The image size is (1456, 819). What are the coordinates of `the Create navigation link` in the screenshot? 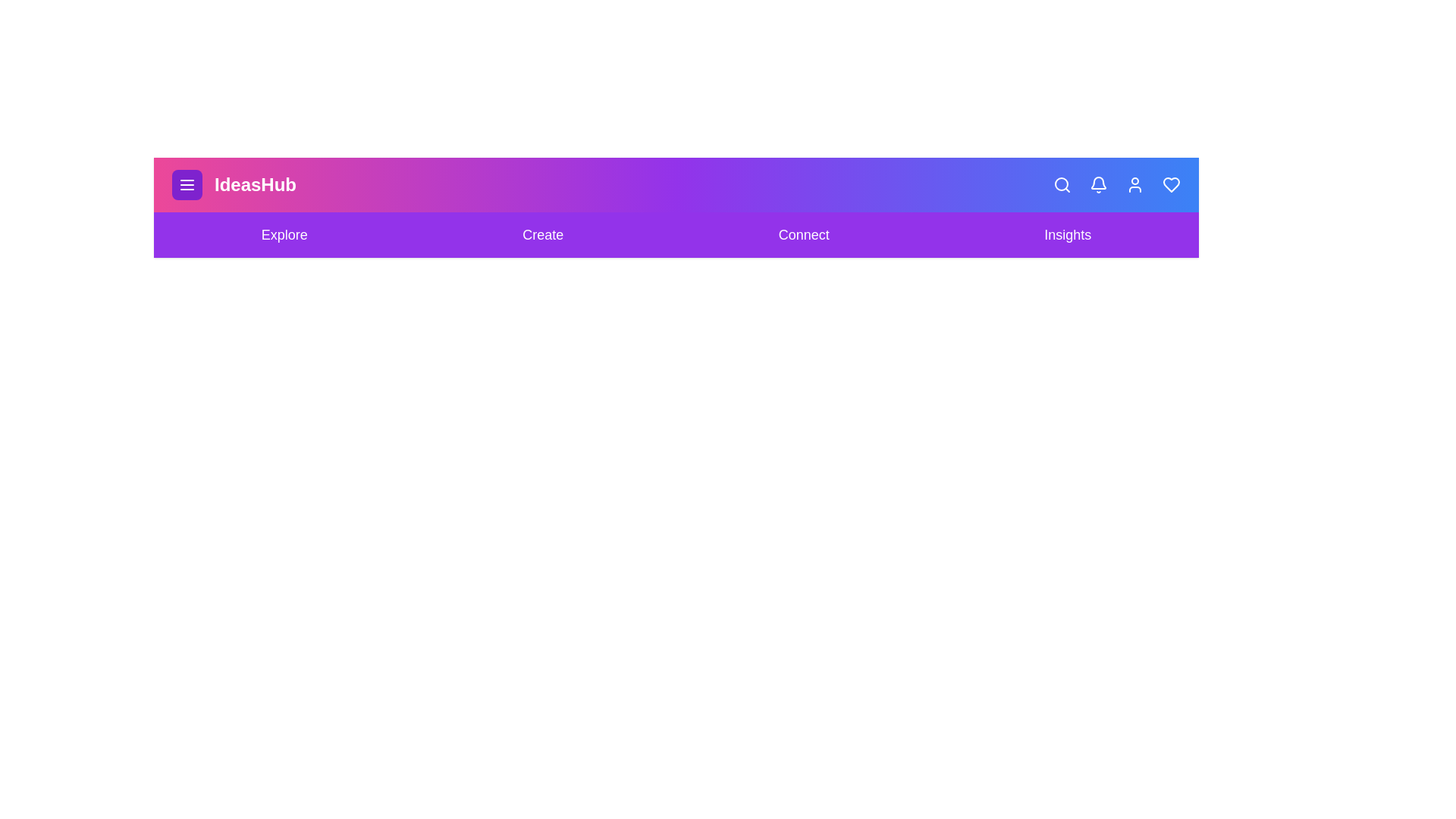 It's located at (542, 234).